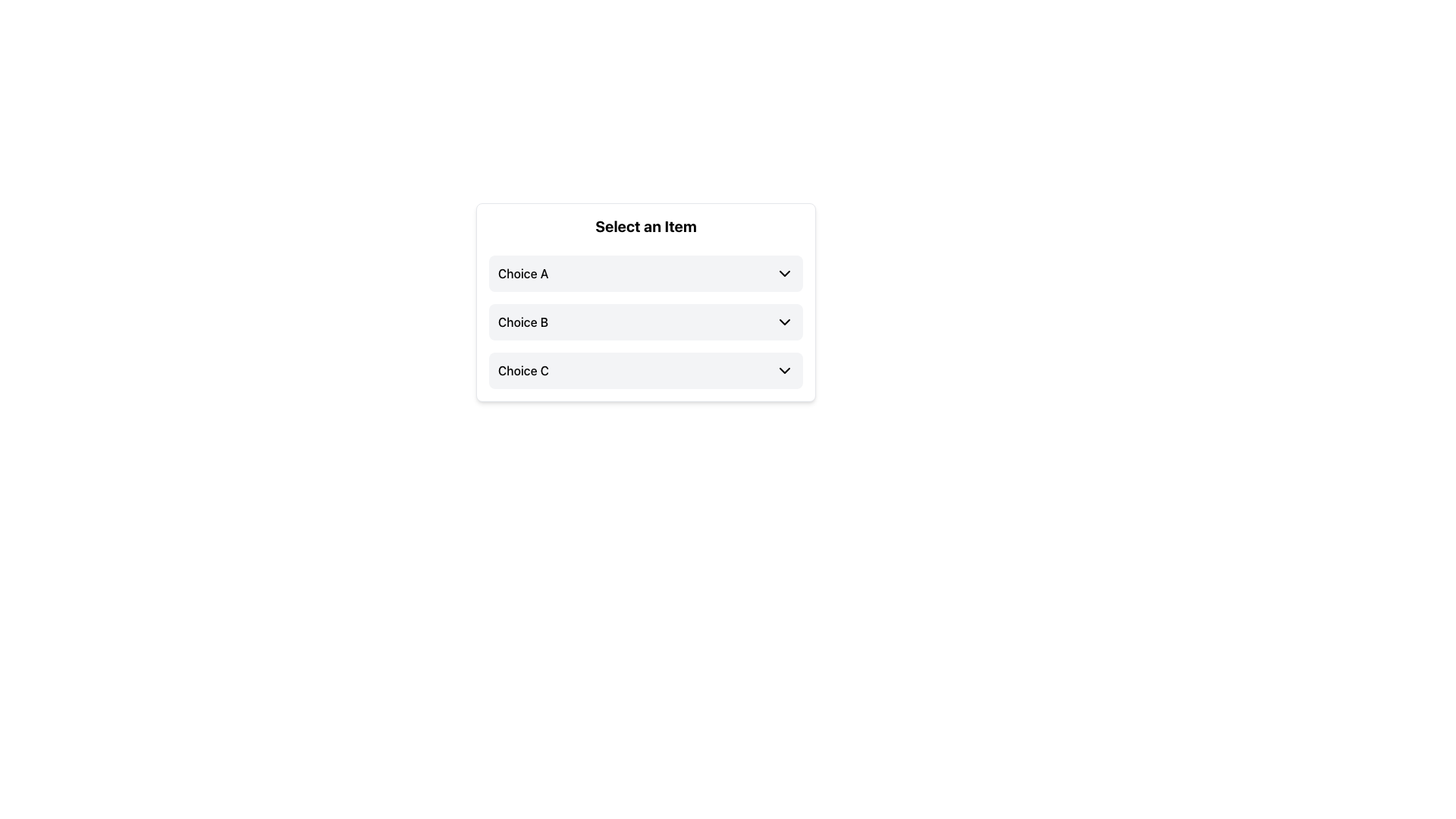  Describe the element at coordinates (645, 371) in the screenshot. I see `the dropdown chevron icon of the 'Choice C' menu item to reveal additional options` at that location.